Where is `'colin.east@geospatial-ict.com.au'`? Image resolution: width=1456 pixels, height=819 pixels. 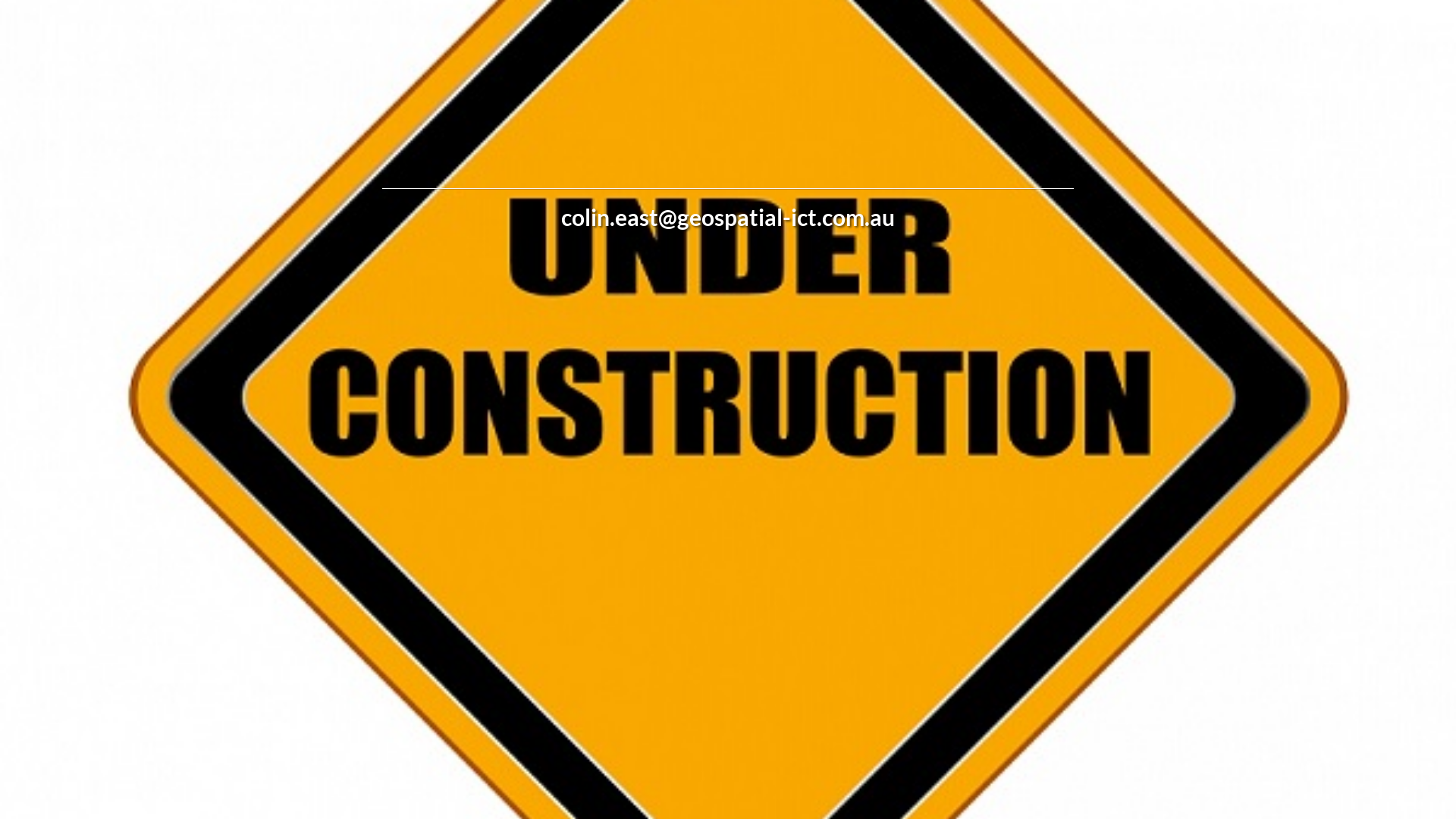
'colin.east@geospatial-ict.com.au' is located at coordinates (728, 216).